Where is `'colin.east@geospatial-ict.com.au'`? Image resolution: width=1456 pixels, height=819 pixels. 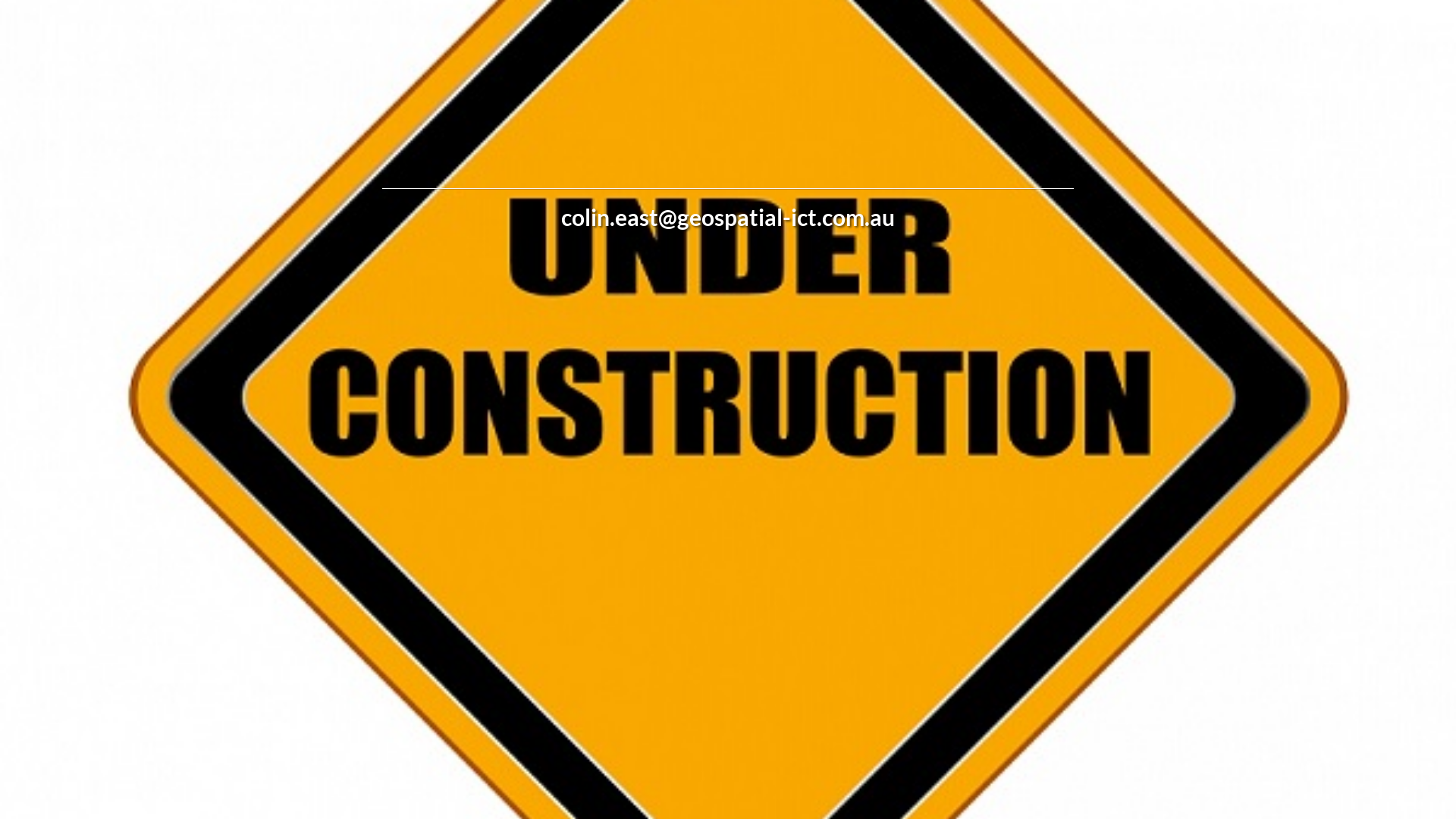
'colin.east@geospatial-ict.com.au' is located at coordinates (728, 216).